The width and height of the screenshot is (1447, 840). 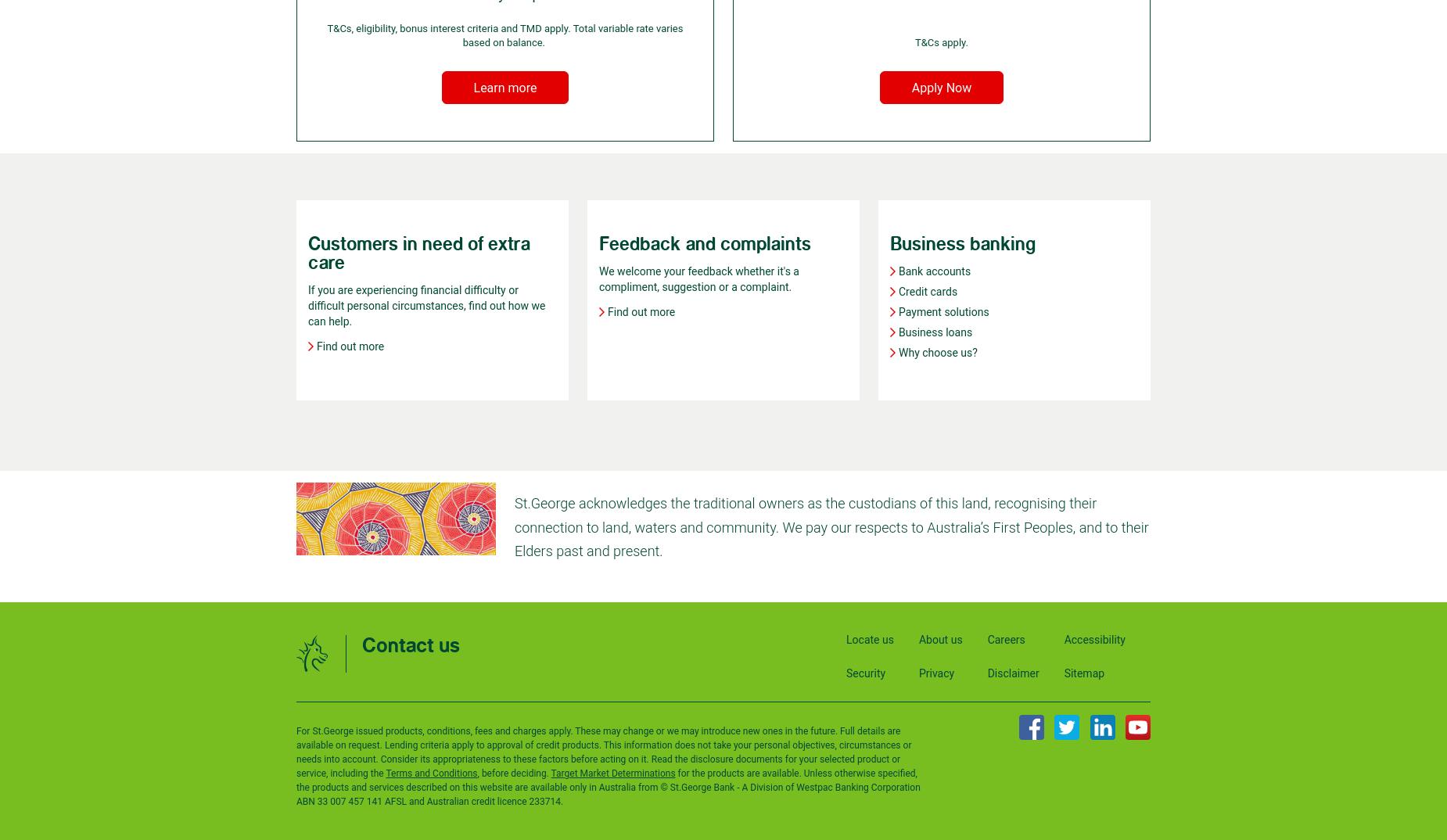 What do you see at coordinates (961, 243) in the screenshot?
I see `'Business banking'` at bounding box center [961, 243].